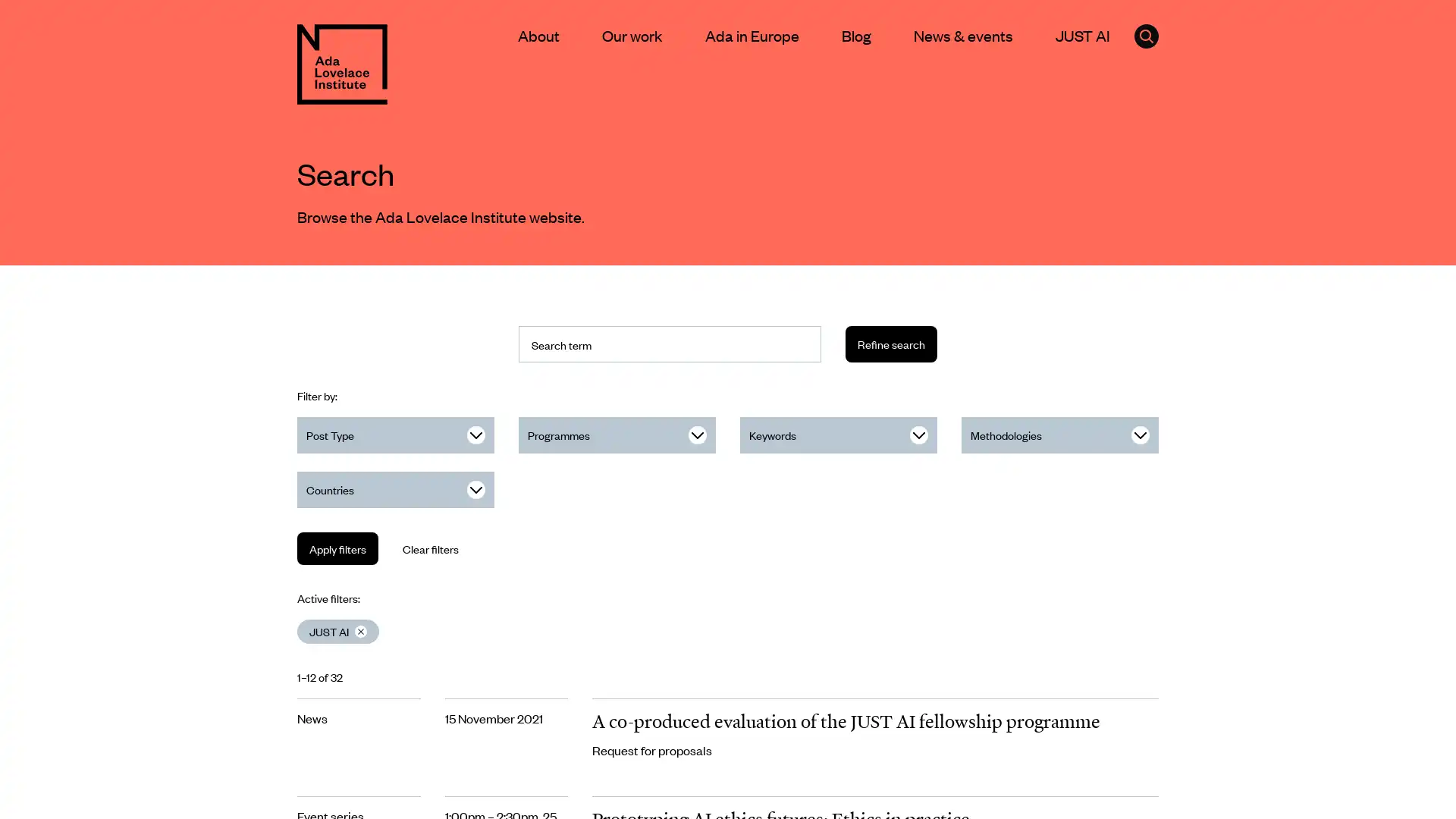 The width and height of the screenshot is (1456, 819). What do you see at coordinates (337, 632) in the screenshot?
I see `Clear JUST AI filter` at bounding box center [337, 632].